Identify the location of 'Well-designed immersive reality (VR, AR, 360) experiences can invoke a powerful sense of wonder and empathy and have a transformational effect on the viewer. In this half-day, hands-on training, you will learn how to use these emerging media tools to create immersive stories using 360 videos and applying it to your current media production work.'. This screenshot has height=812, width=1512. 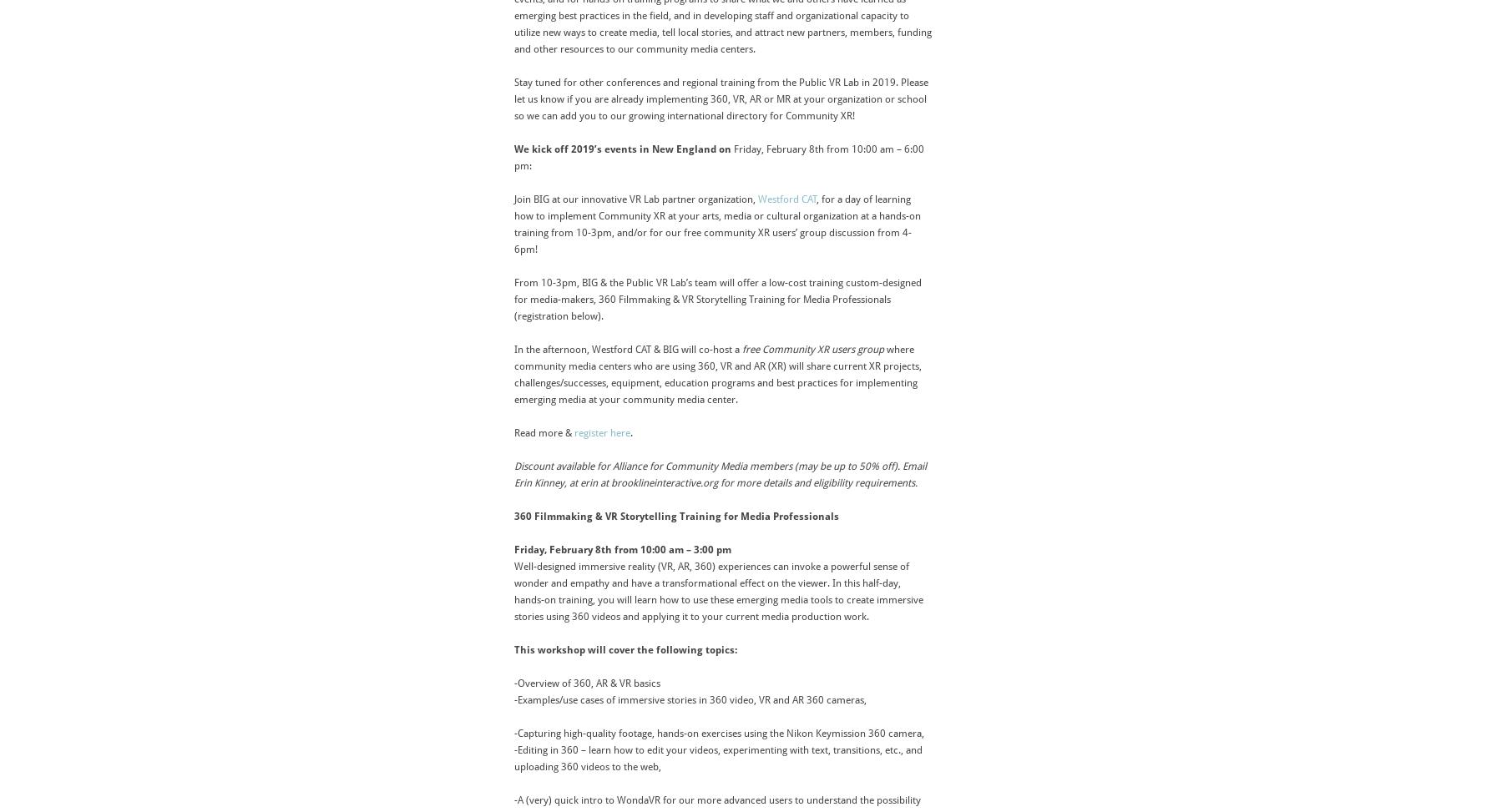
(718, 592).